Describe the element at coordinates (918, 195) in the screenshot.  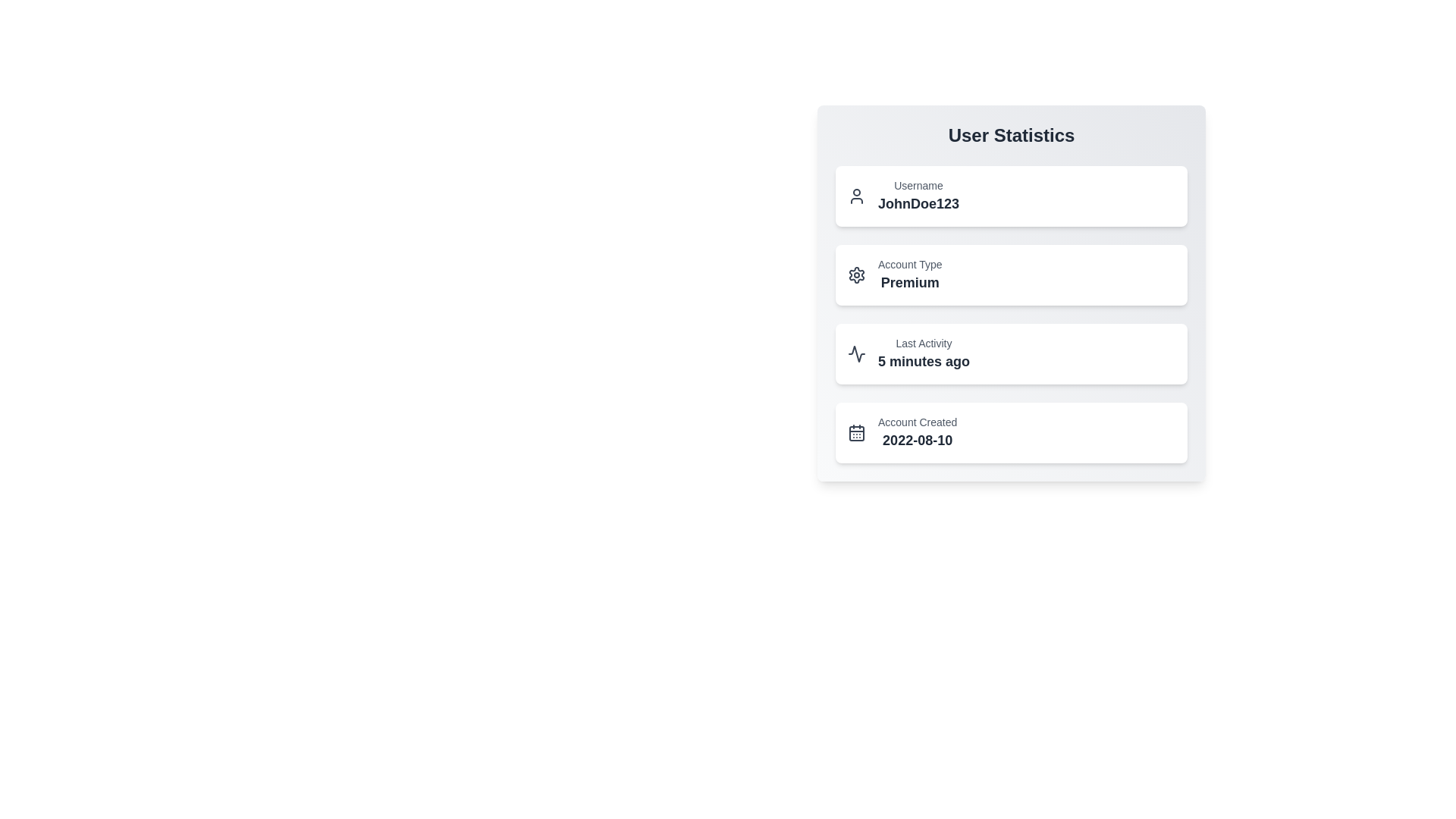
I see `text content of the username display labeled 'Username' showing 'JohnDoe123', located in the User Statistics section on the first card` at that location.